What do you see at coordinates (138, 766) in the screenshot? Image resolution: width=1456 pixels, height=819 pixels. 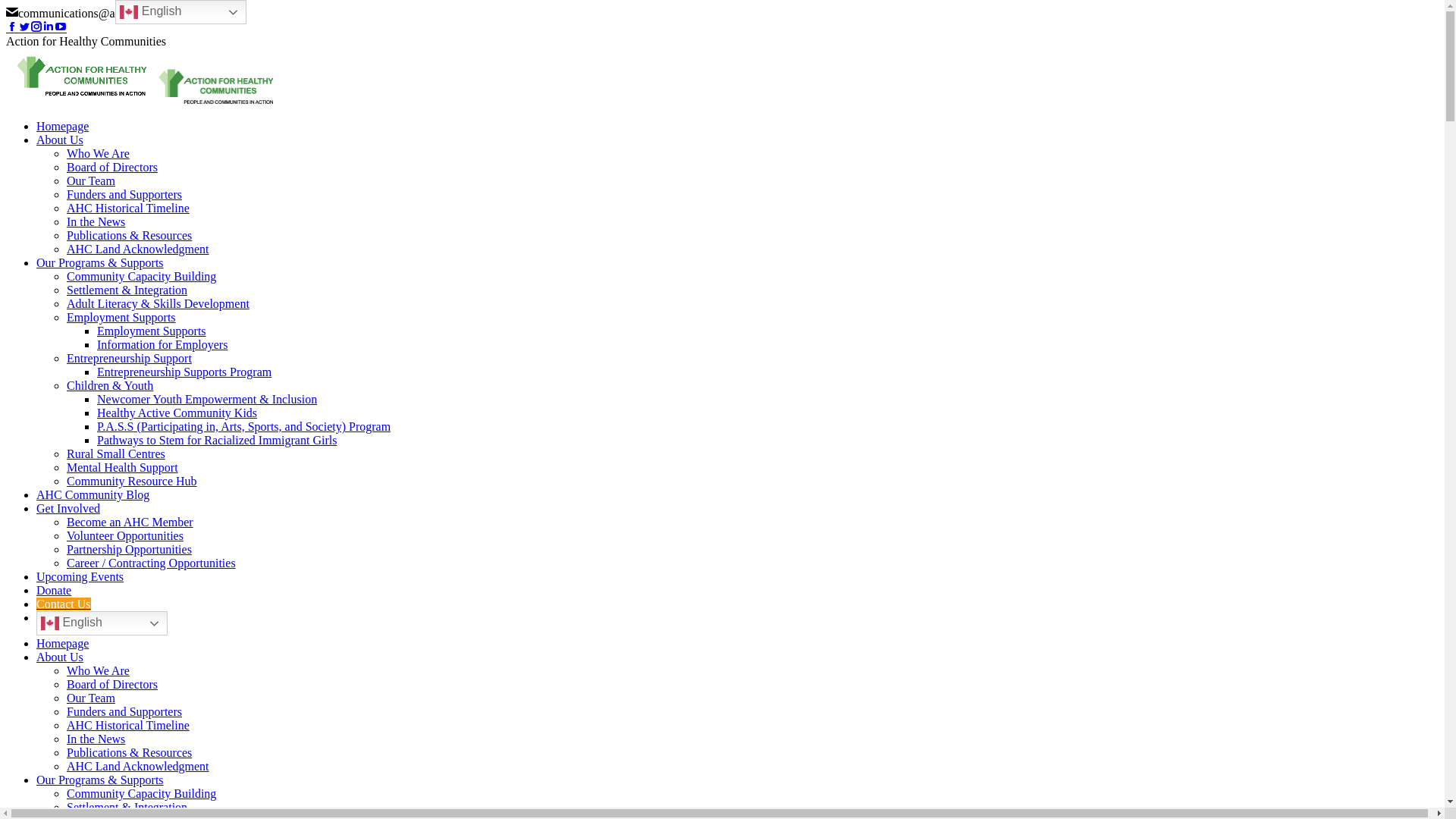 I see `'AHC Land Acknowledgment'` at bounding box center [138, 766].